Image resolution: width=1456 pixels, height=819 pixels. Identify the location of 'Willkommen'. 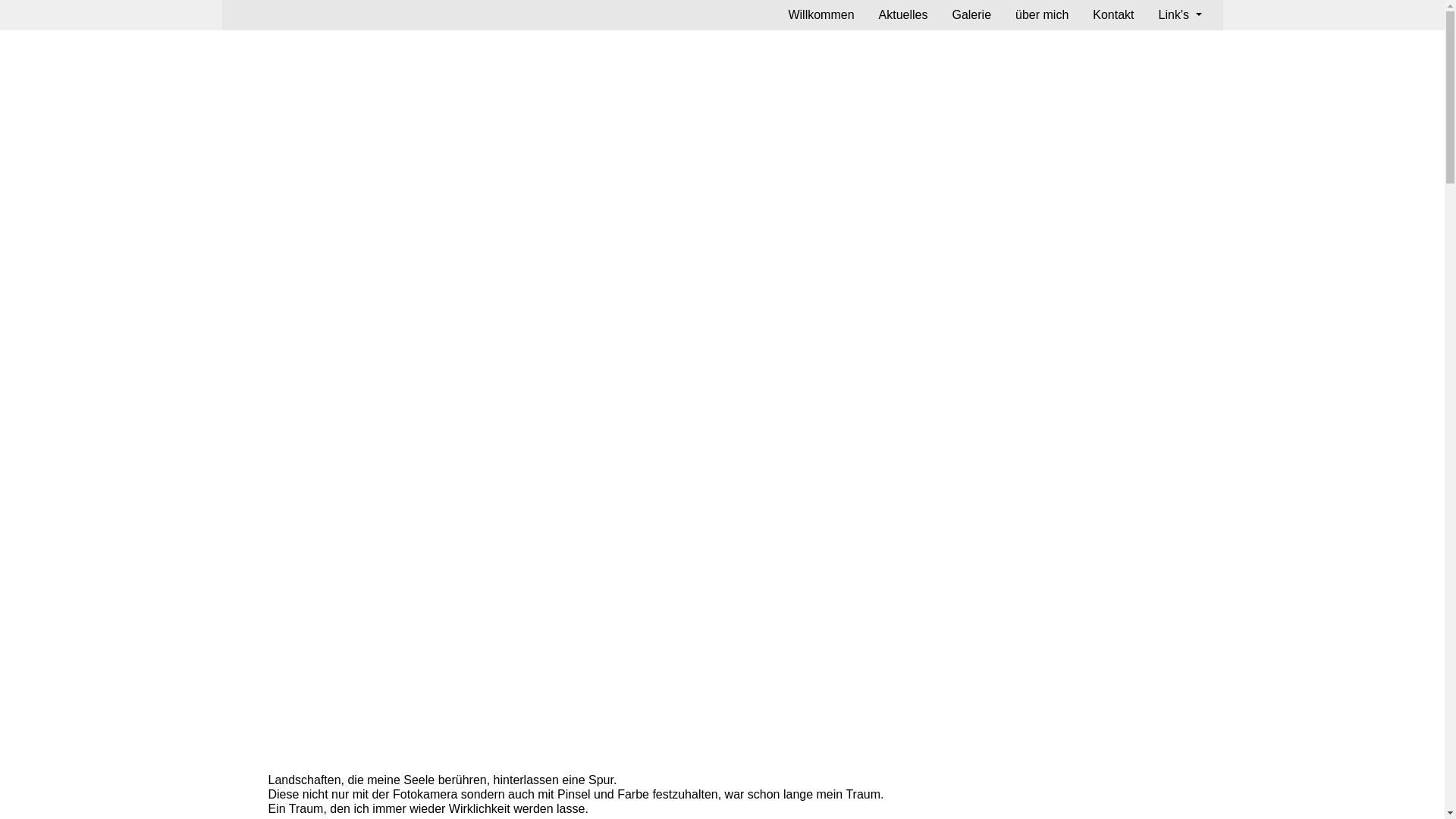
(820, 14).